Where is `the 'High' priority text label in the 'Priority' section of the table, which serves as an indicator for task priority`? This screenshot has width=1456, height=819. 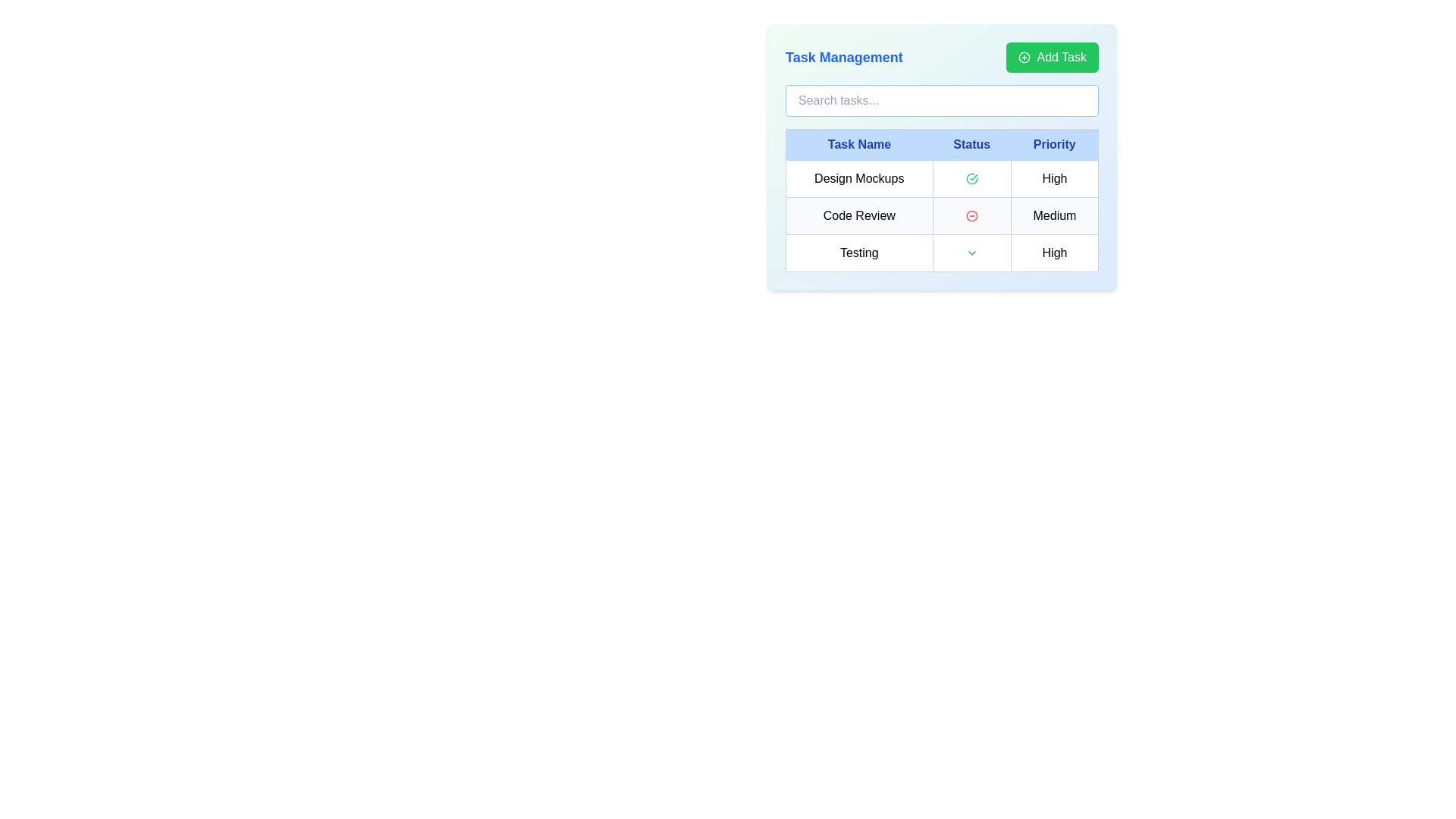
the 'High' priority text label in the 'Priority' section of the table, which serves as an indicator for task priority is located at coordinates (1054, 253).